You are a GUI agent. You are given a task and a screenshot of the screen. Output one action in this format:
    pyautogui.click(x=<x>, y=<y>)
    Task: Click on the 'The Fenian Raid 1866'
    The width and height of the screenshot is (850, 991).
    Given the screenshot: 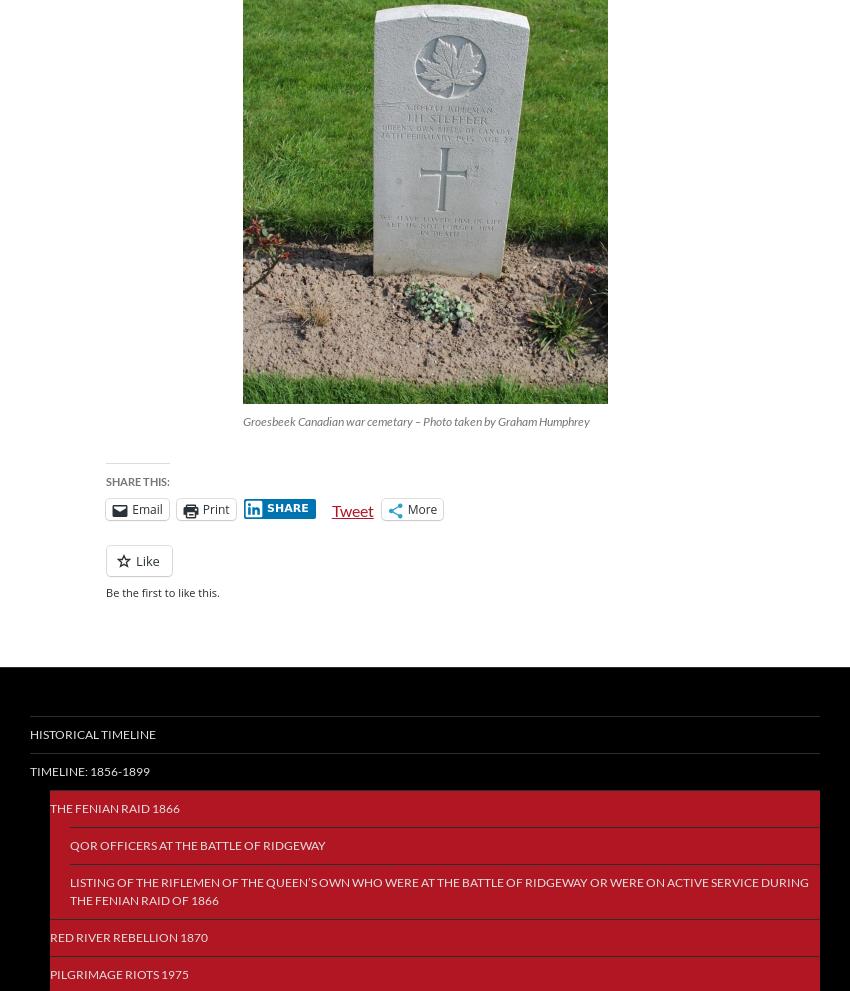 What is the action you would take?
    pyautogui.click(x=114, y=808)
    